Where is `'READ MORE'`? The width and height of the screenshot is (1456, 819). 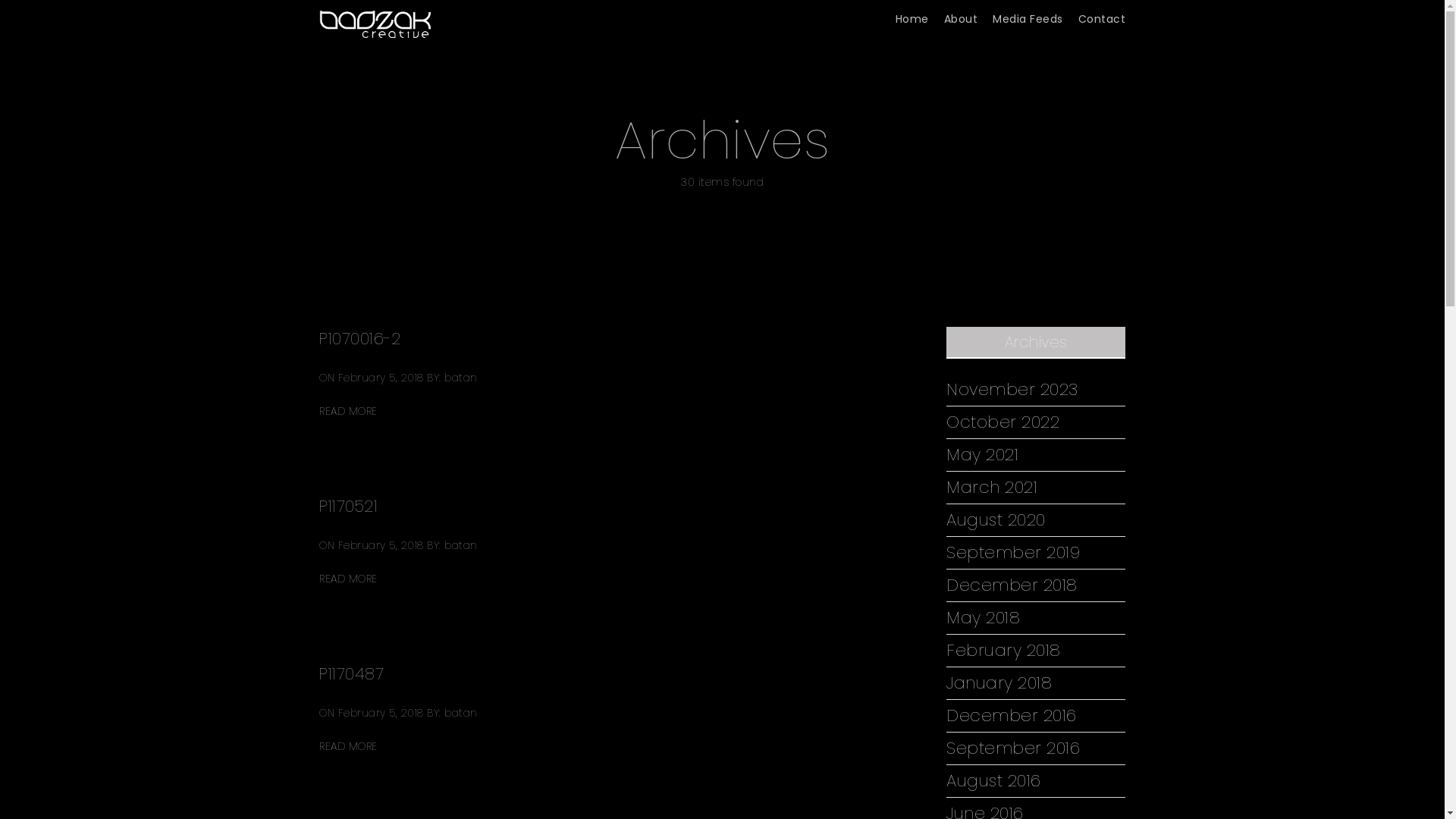 'READ MORE' is located at coordinates (347, 745).